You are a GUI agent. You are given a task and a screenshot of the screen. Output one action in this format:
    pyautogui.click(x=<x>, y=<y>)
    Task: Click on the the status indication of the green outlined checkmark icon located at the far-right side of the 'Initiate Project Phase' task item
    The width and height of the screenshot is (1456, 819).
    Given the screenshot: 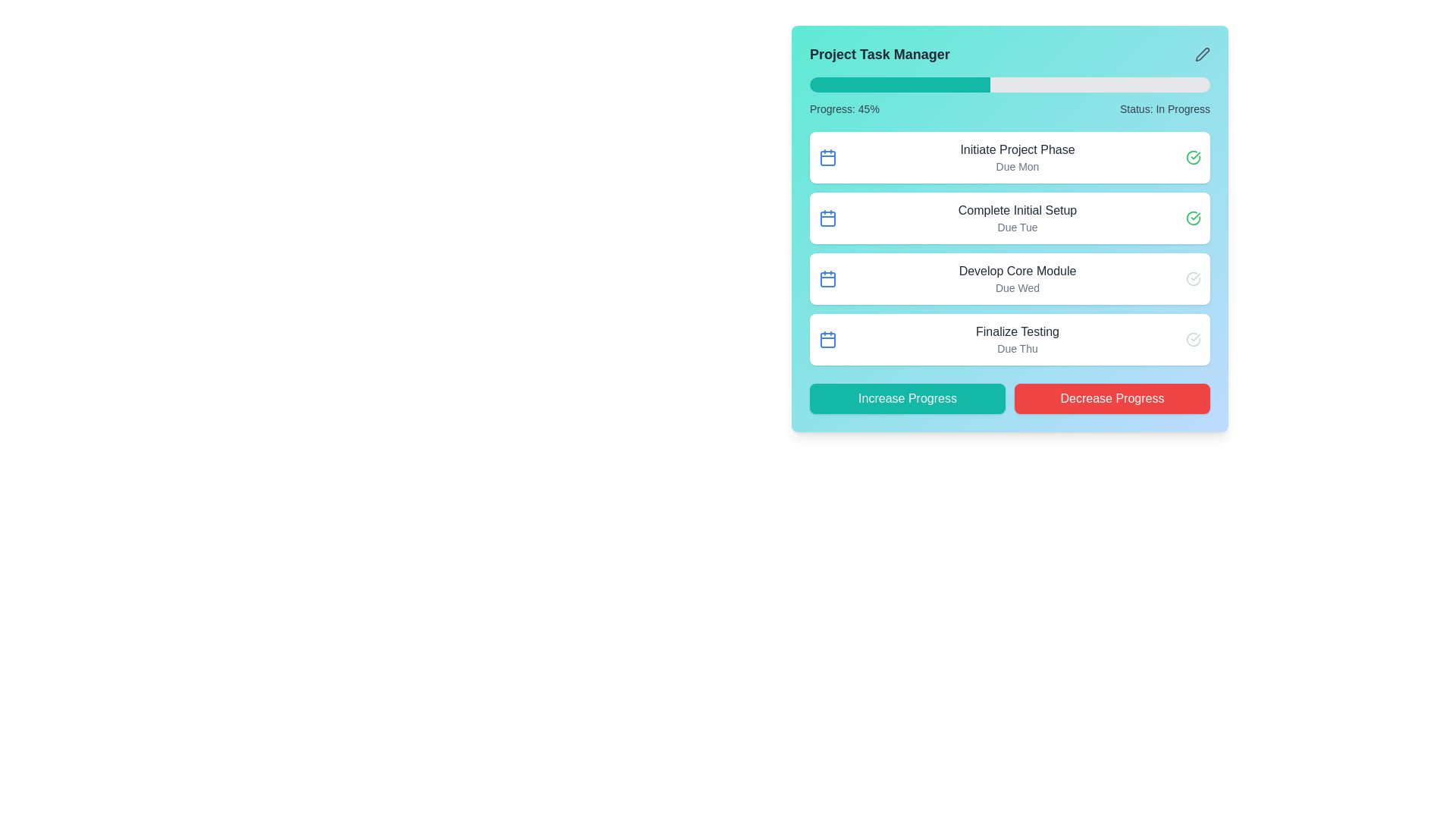 What is the action you would take?
    pyautogui.click(x=1193, y=158)
    